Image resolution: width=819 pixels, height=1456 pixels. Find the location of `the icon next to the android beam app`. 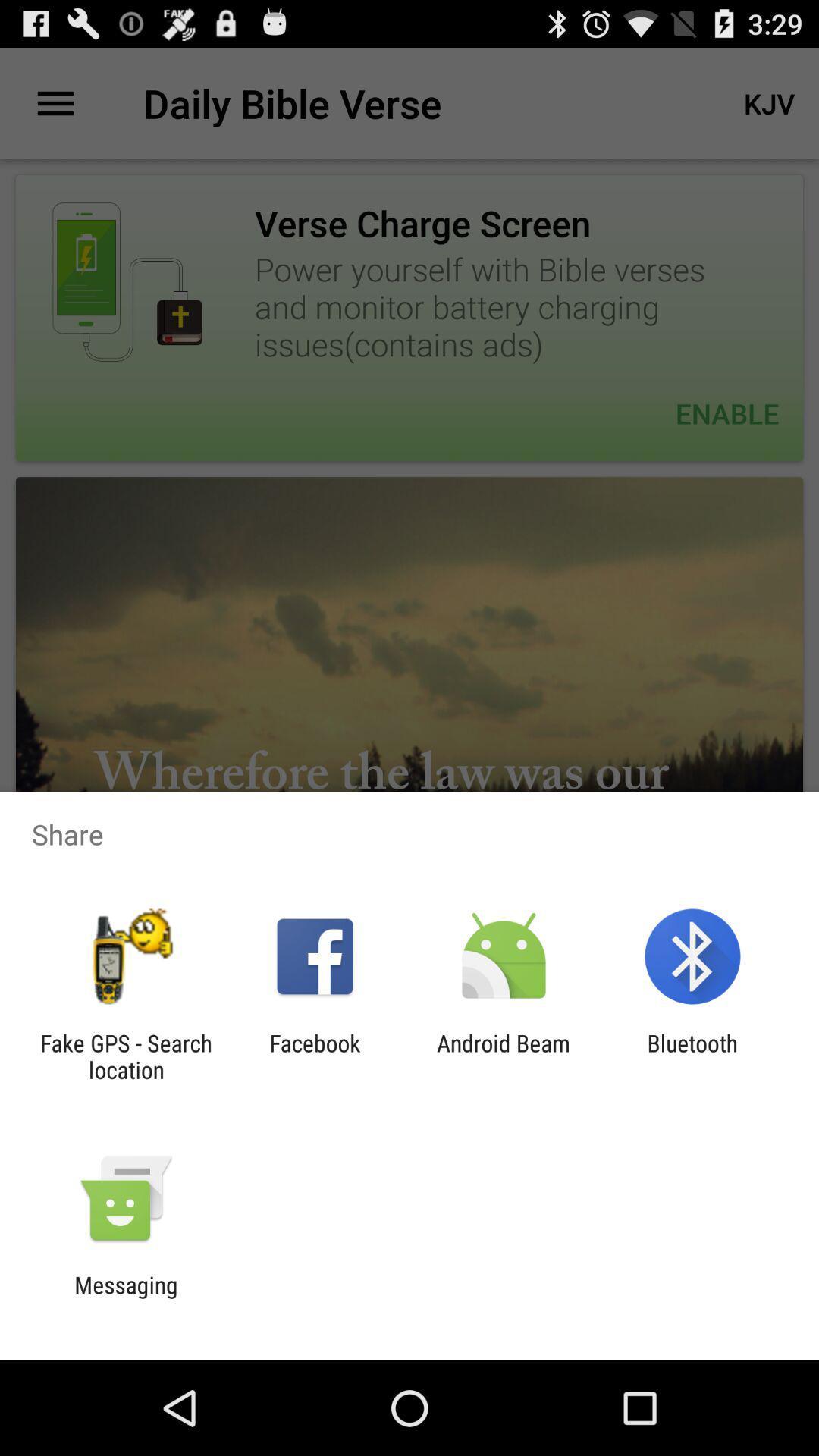

the icon next to the android beam app is located at coordinates (314, 1056).